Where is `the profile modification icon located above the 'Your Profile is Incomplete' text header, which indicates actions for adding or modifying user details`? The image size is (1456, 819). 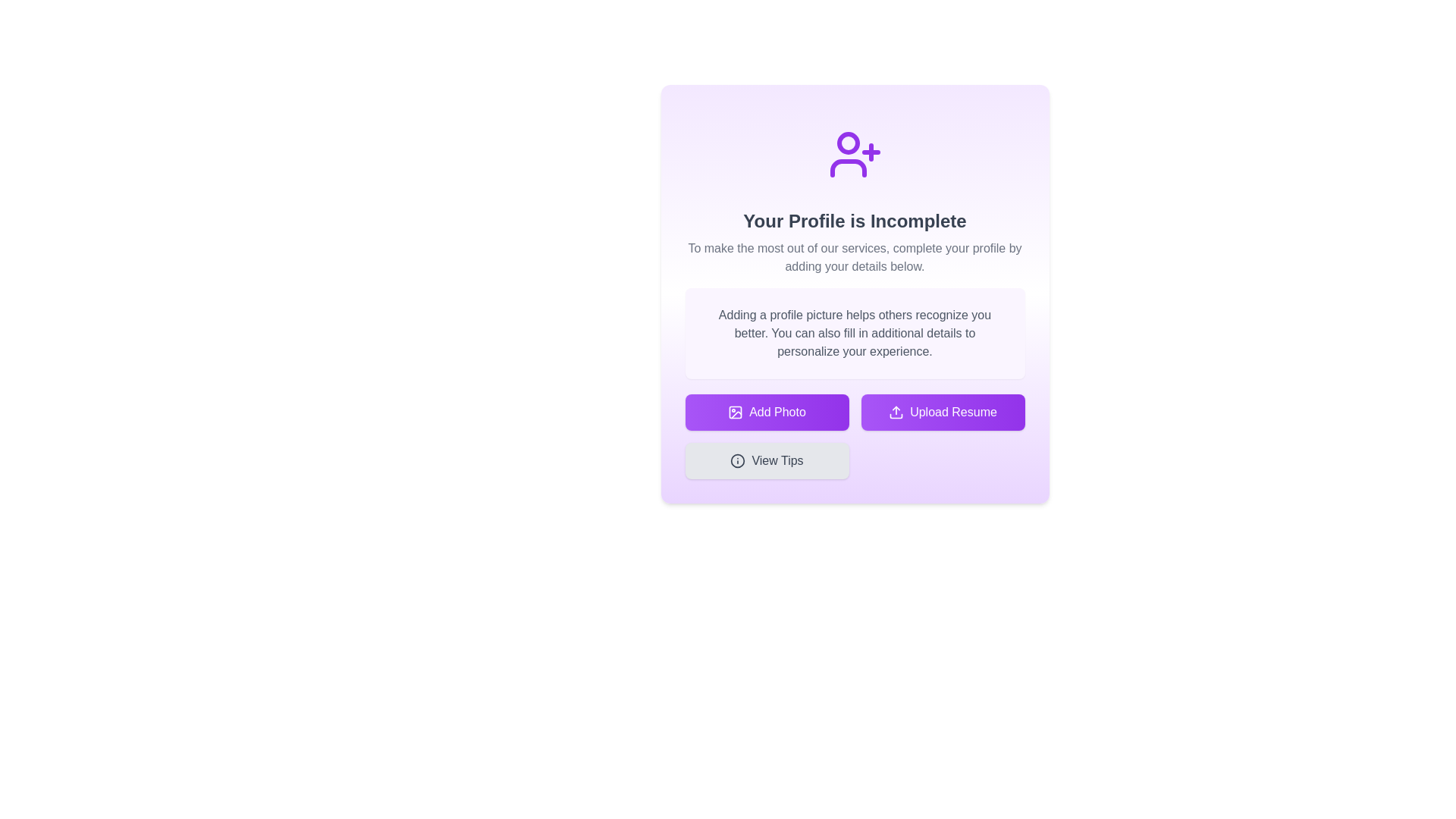
the profile modification icon located above the 'Your Profile is Incomplete' text header, which indicates actions for adding or modifying user details is located at coordinates (855, 155).